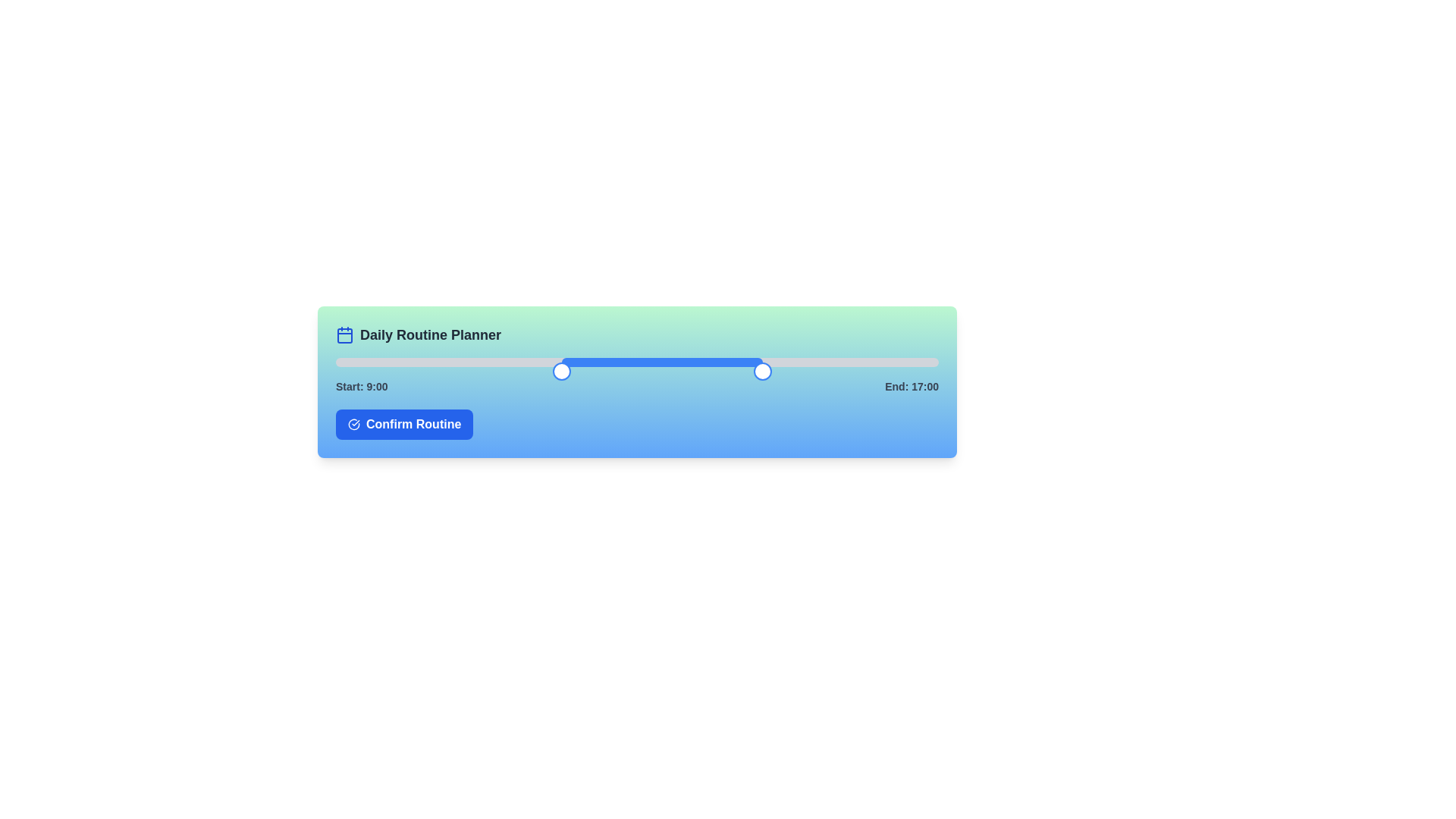 Image resolution: width=1456 pixels, height=819 pixels. What do you see at coordinates (561, 371) in the screenshot?
I see `the second circular marker on the progress bar, which allows the user to adjust a value or setting in the Daily Routine Planner` at bounding box center [561, 371].